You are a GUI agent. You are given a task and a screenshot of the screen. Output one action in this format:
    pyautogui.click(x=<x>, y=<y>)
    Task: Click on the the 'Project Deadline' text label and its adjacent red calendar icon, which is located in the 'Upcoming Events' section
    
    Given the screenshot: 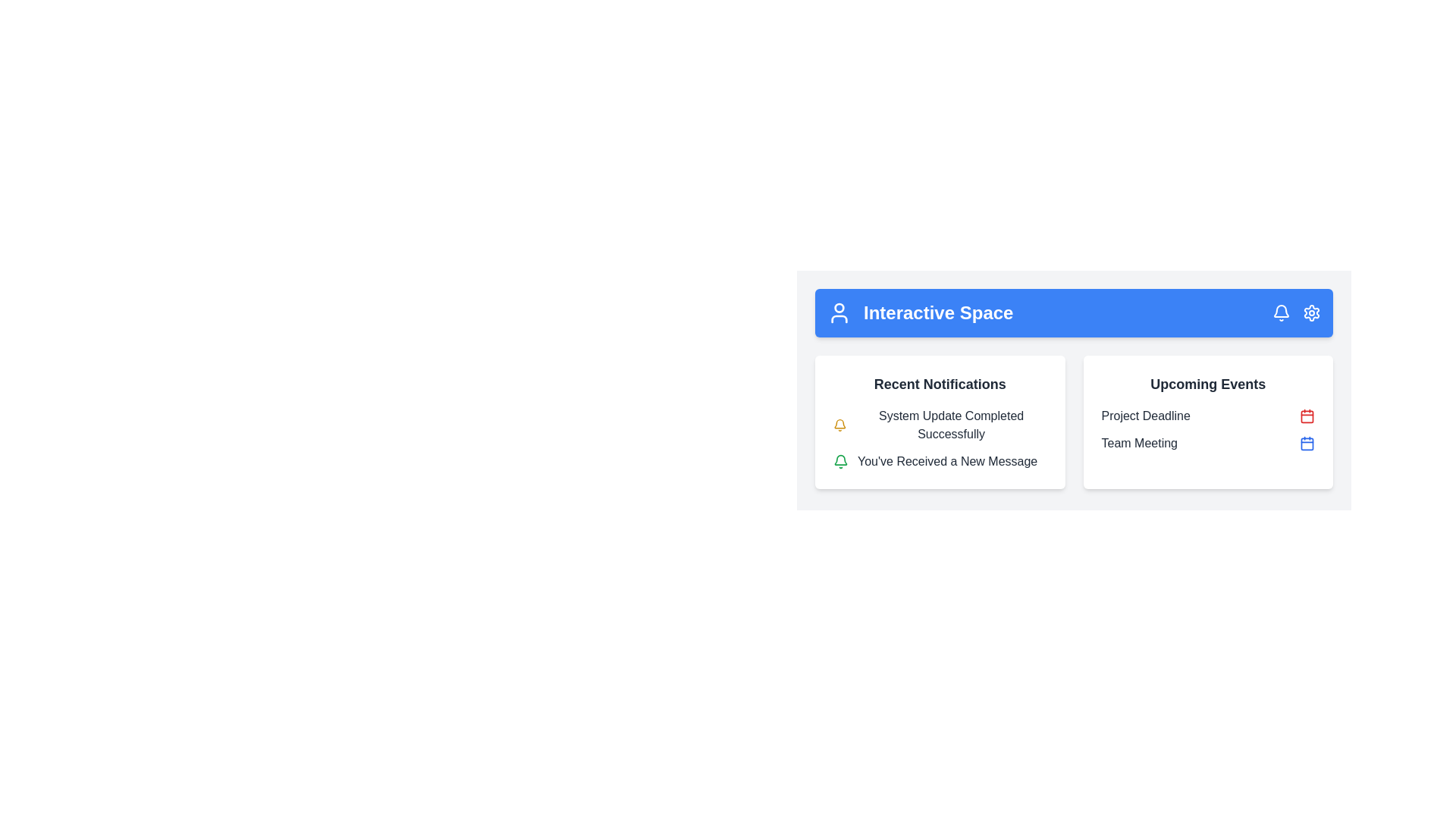 What is the action you would take?
    pyautogui.click(x=1207, y=416)
    